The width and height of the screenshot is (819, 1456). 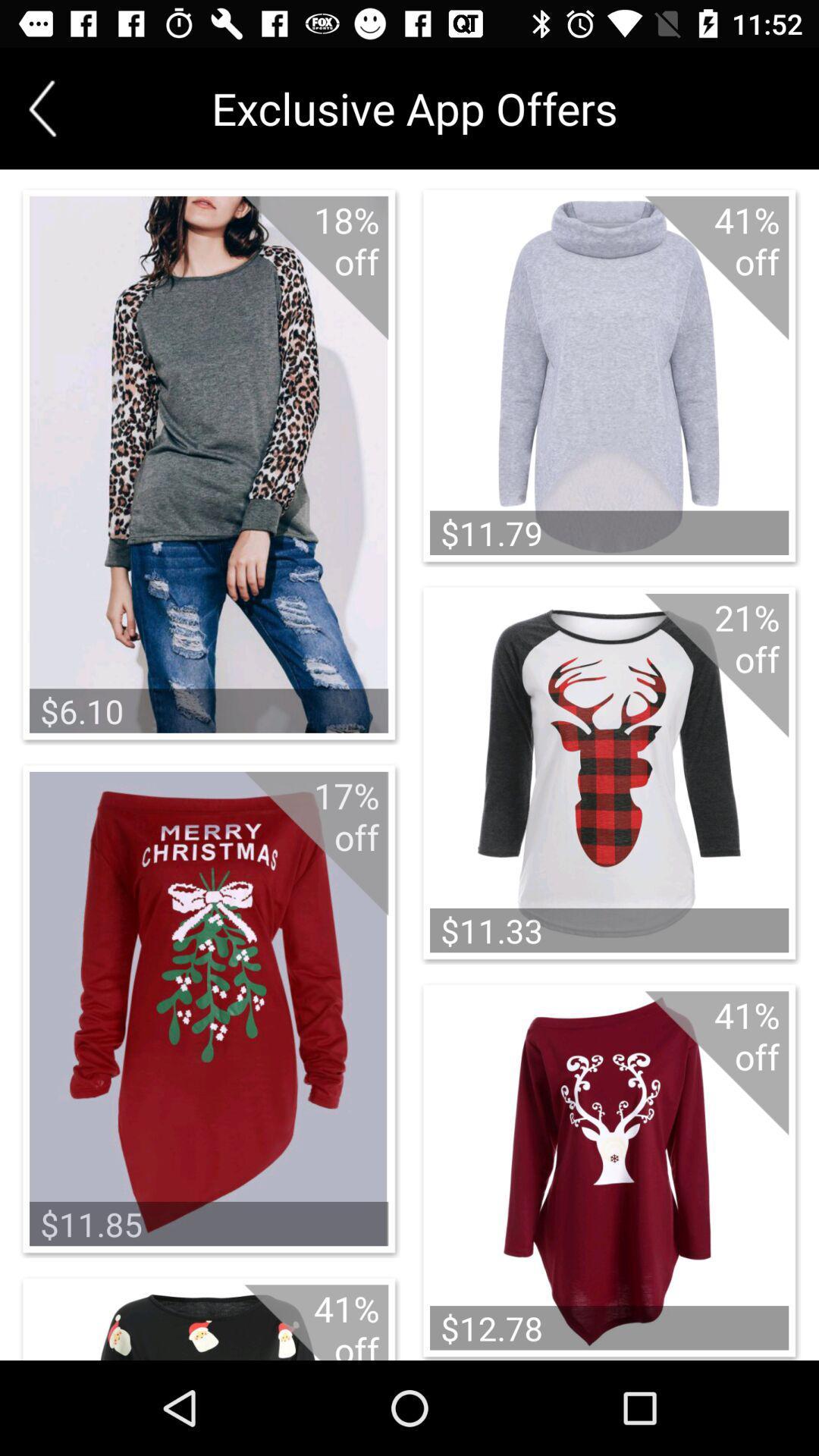 I want to click on icon next to the exclusive app offers, so click(x=42, y=108).